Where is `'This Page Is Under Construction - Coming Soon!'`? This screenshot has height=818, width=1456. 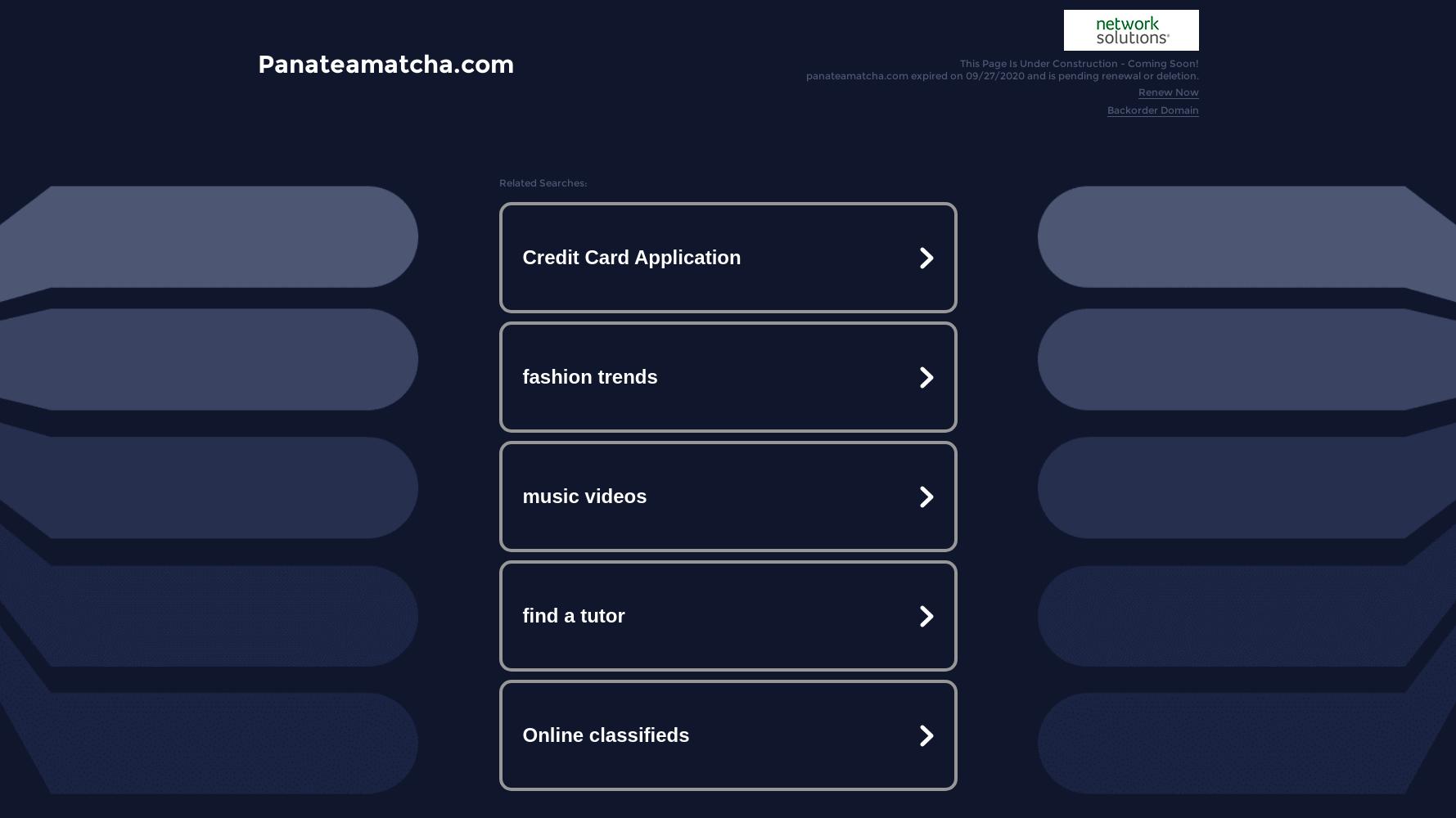 'This Page Is Under Construction - Coming Soon!' is located at coordinates (1078, 62).